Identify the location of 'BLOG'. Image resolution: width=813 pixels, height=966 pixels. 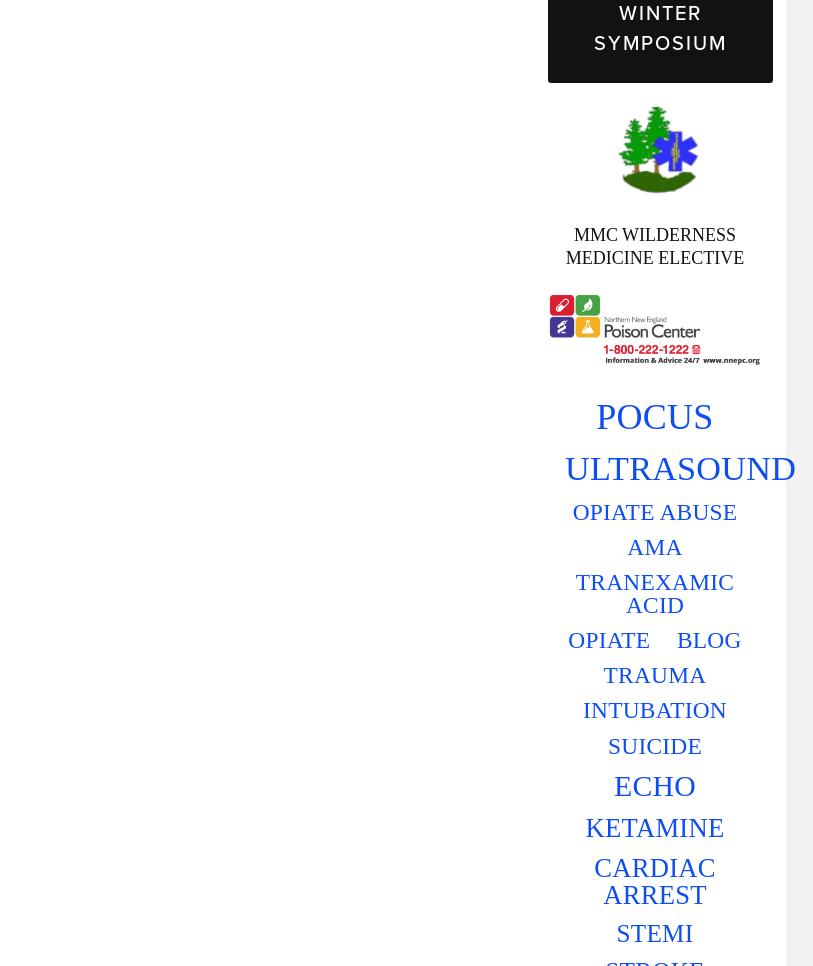
(709, 638).